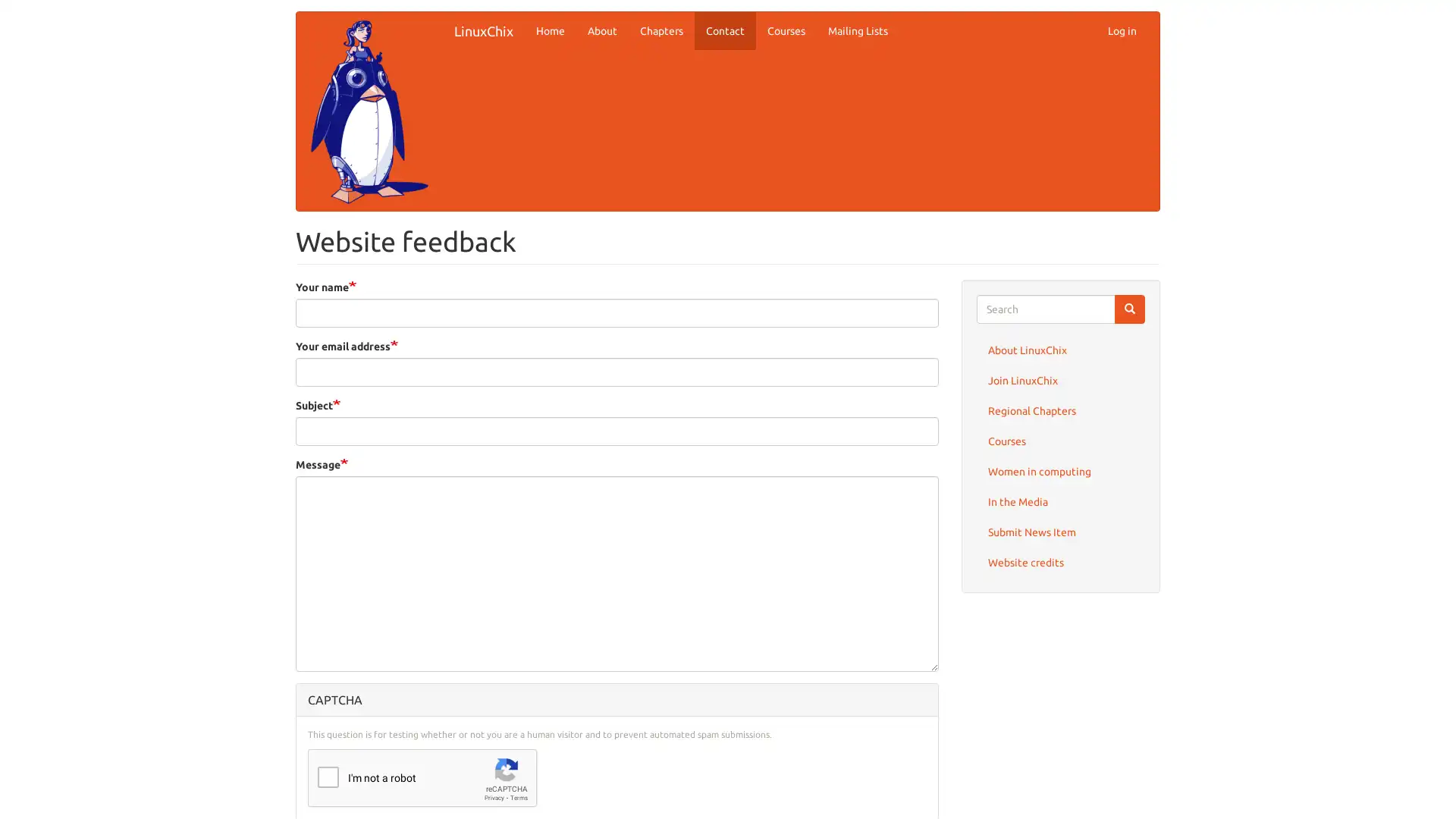 The image size is (1456, 819). Describe the element at coordinates (617, 699) in the screenshot. I see `CAPTCHA` at that location.